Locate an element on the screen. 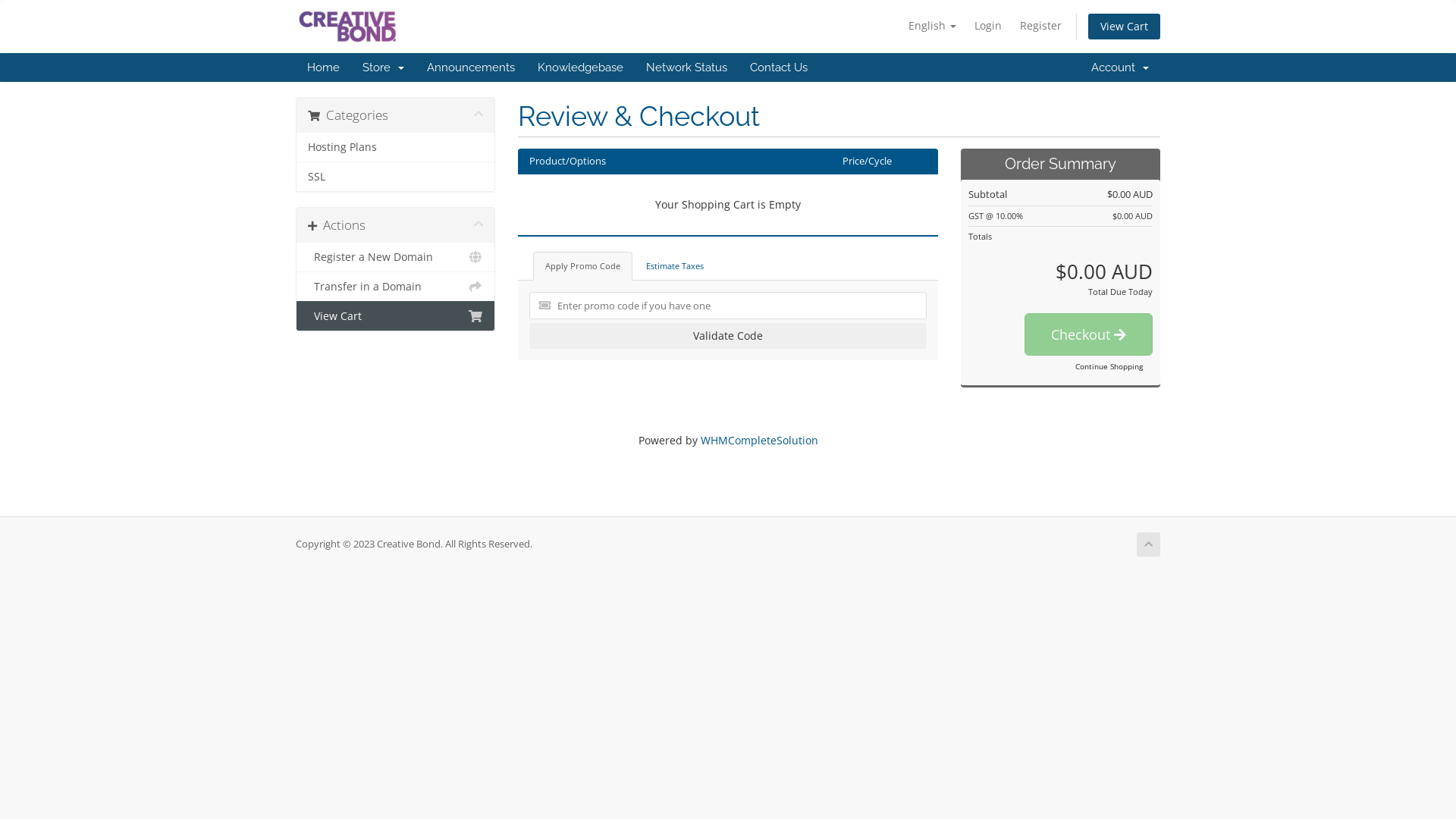 The image size is (1456, 819). 'Hosting Plans' is located at coordinates (395, 147).